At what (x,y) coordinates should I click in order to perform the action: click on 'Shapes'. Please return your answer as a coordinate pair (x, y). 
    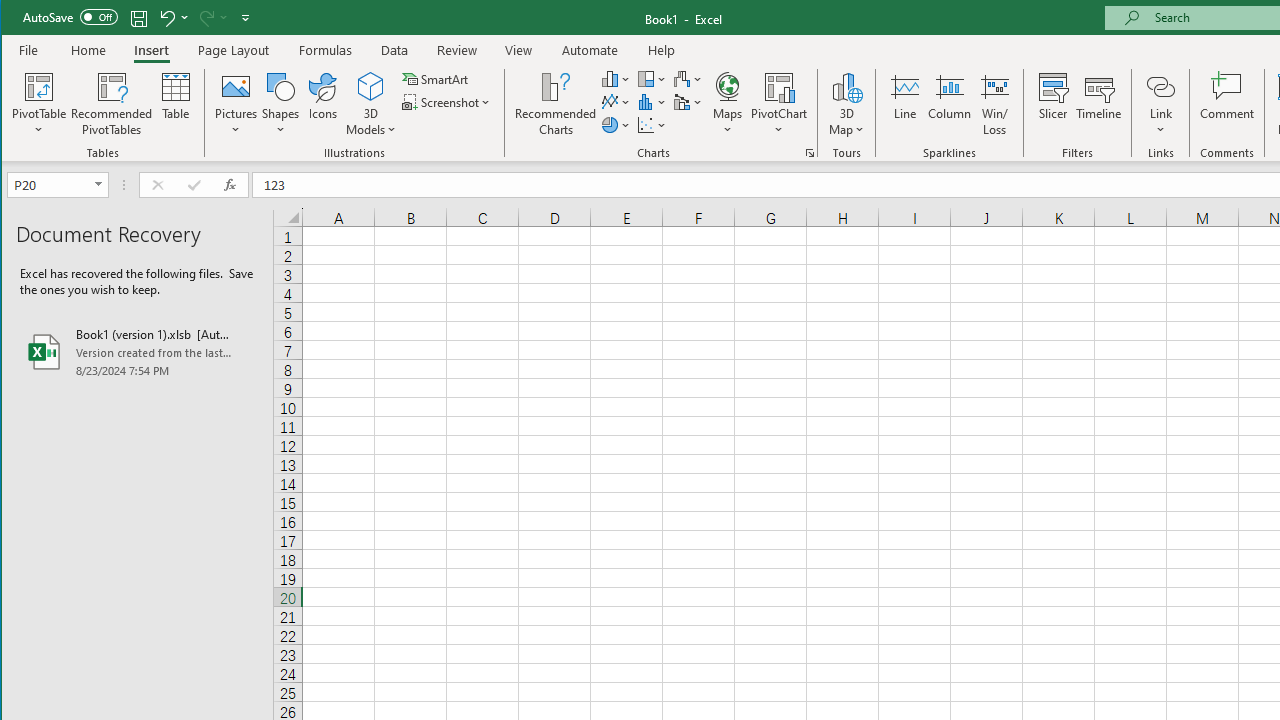
    Looking at the image, I should click on (279, 104).